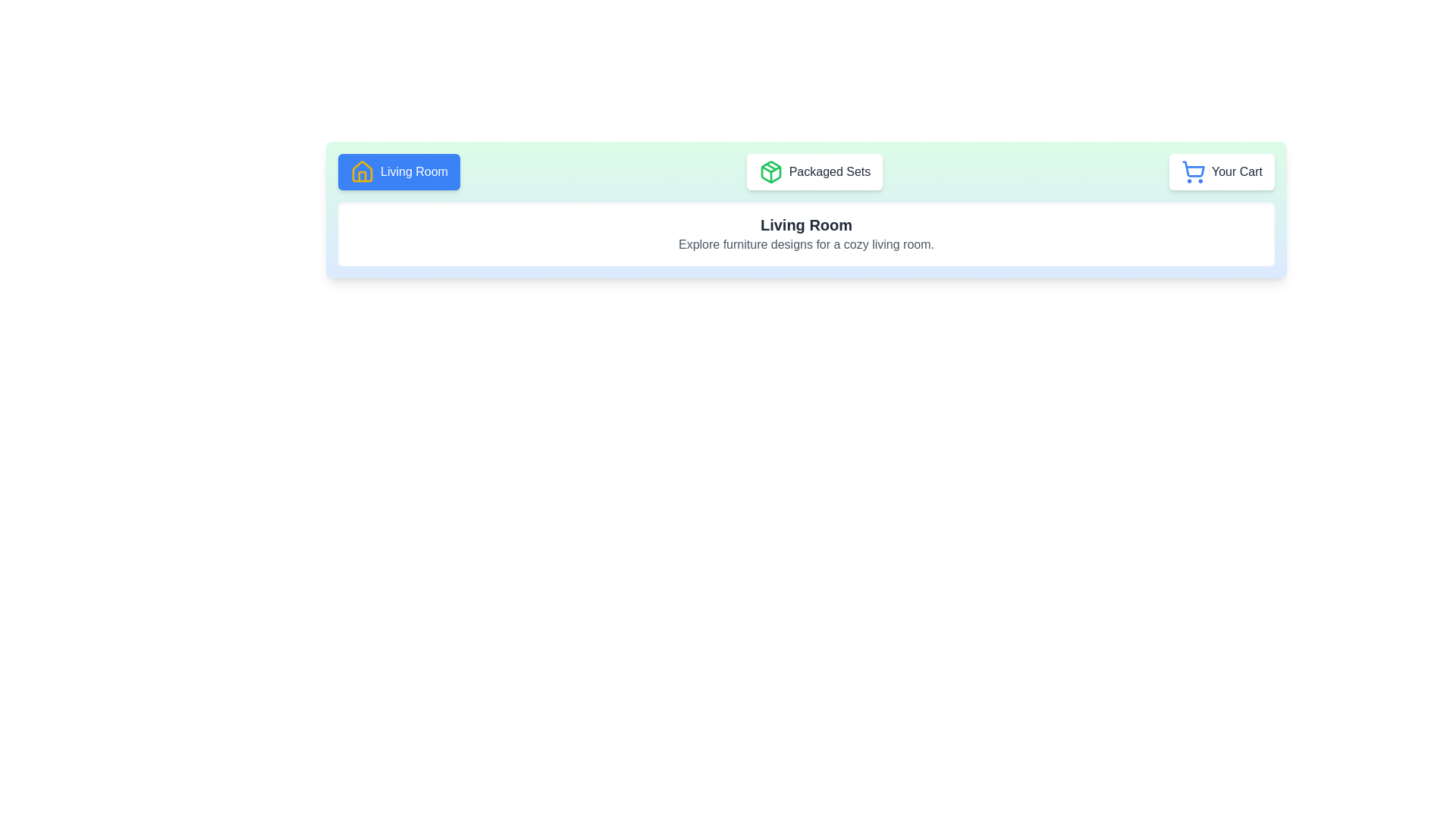 The image size is (1456, 819). I want to click on the feature Your Cart by clicking the corresponding button, so click(1222, 171).